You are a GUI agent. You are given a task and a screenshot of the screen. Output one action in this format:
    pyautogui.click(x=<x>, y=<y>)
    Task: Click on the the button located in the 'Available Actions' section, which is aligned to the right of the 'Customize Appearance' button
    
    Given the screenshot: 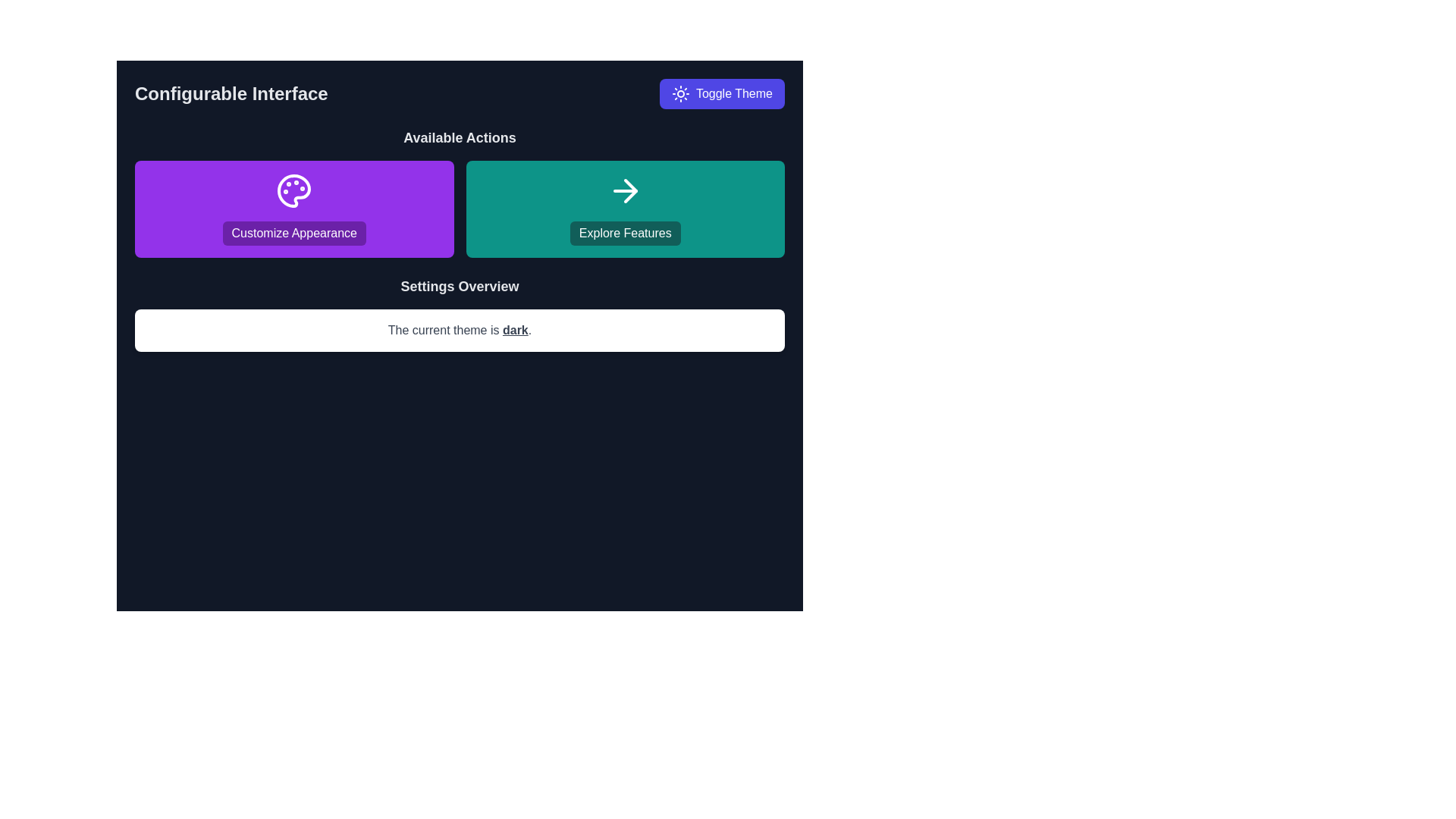 What is the action you would take?
    pyautogui.click(x=625, y=234)
    